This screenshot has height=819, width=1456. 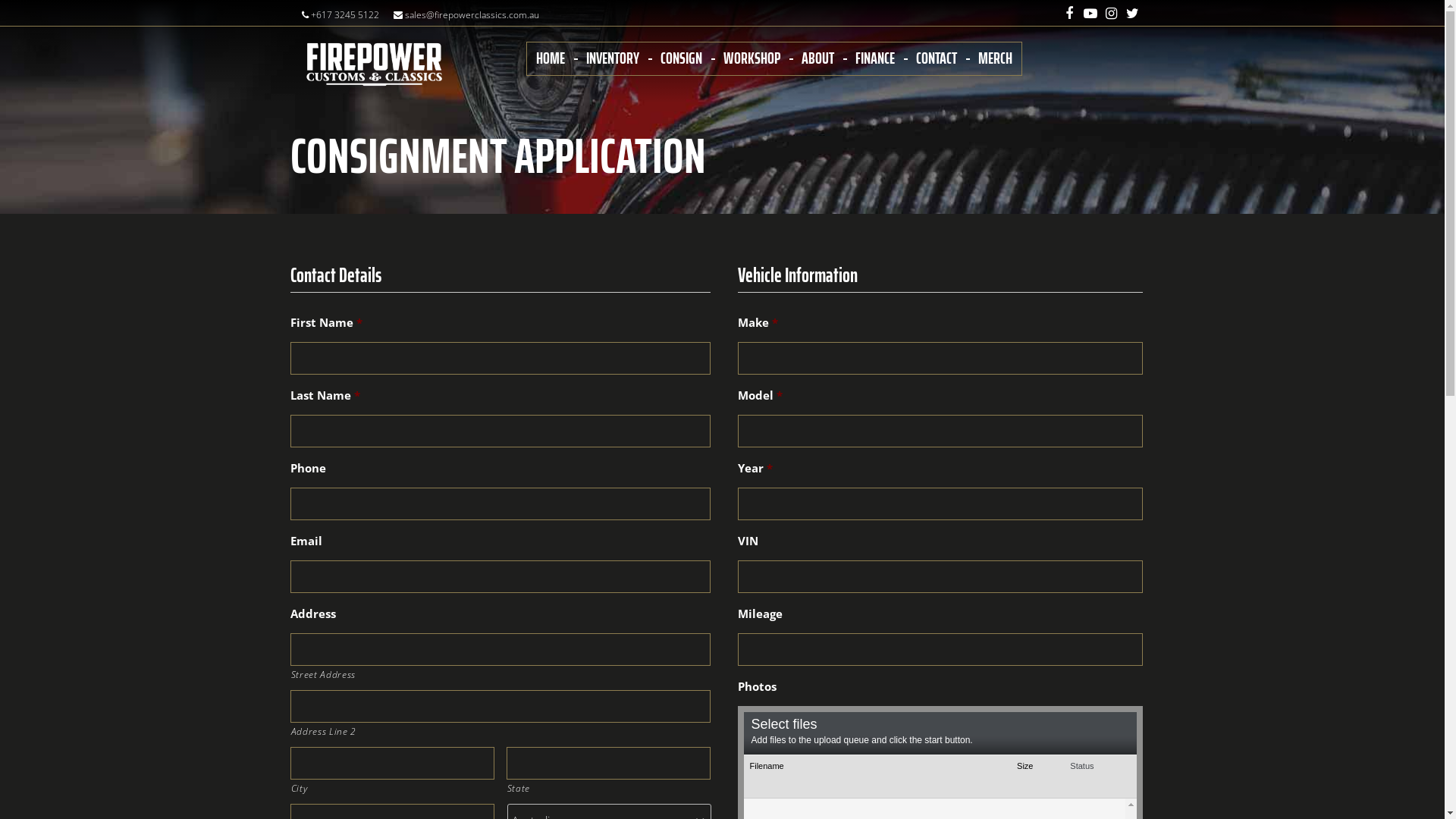 I want to click on 'Twitter', so click(x=1132, y=14).